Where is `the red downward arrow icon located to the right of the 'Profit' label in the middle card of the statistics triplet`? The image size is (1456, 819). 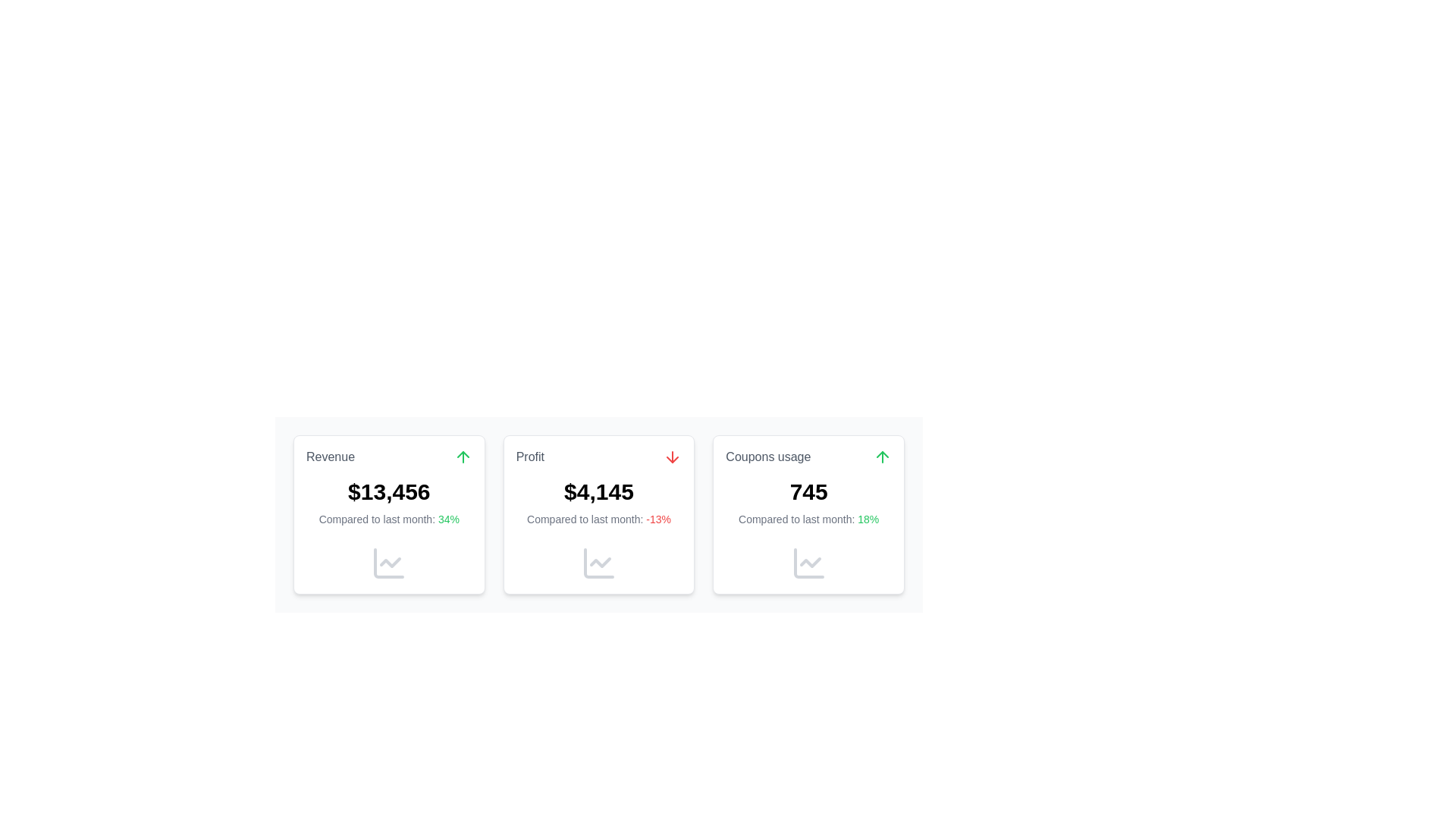
the red downward arrow icon located to the right of the 'Profit' label in the middle card of the statistics triplet is located at coordinates (672, 456).